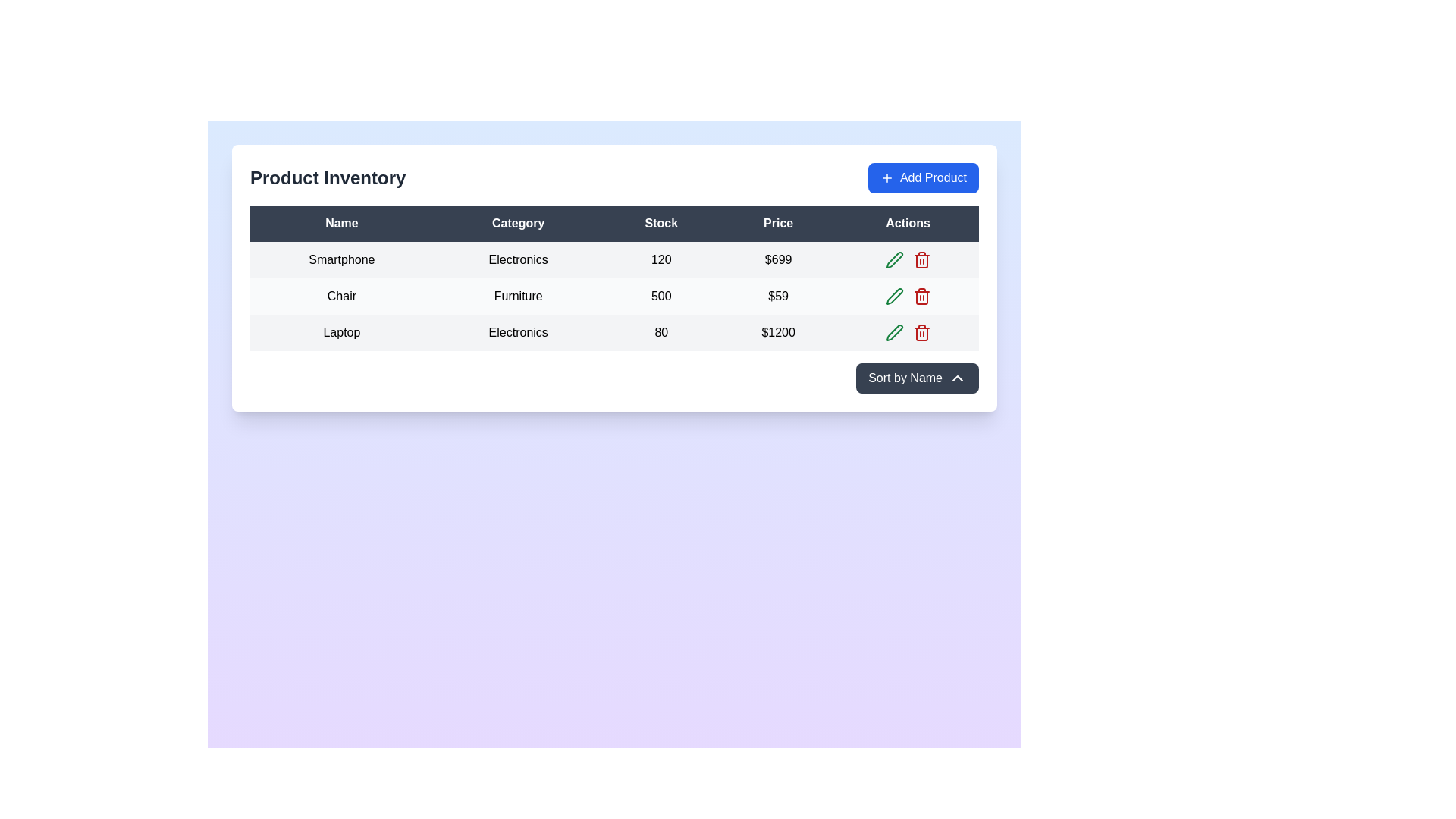 This screenshot has height=819, width=1456. What do you see at coordinates (341, 296) in the screenshot?
I see `the static text label displaying 'Chair', located in the first cell of the second row under the 'Name' column of the product inventory list` at bounding box center [341, 296].